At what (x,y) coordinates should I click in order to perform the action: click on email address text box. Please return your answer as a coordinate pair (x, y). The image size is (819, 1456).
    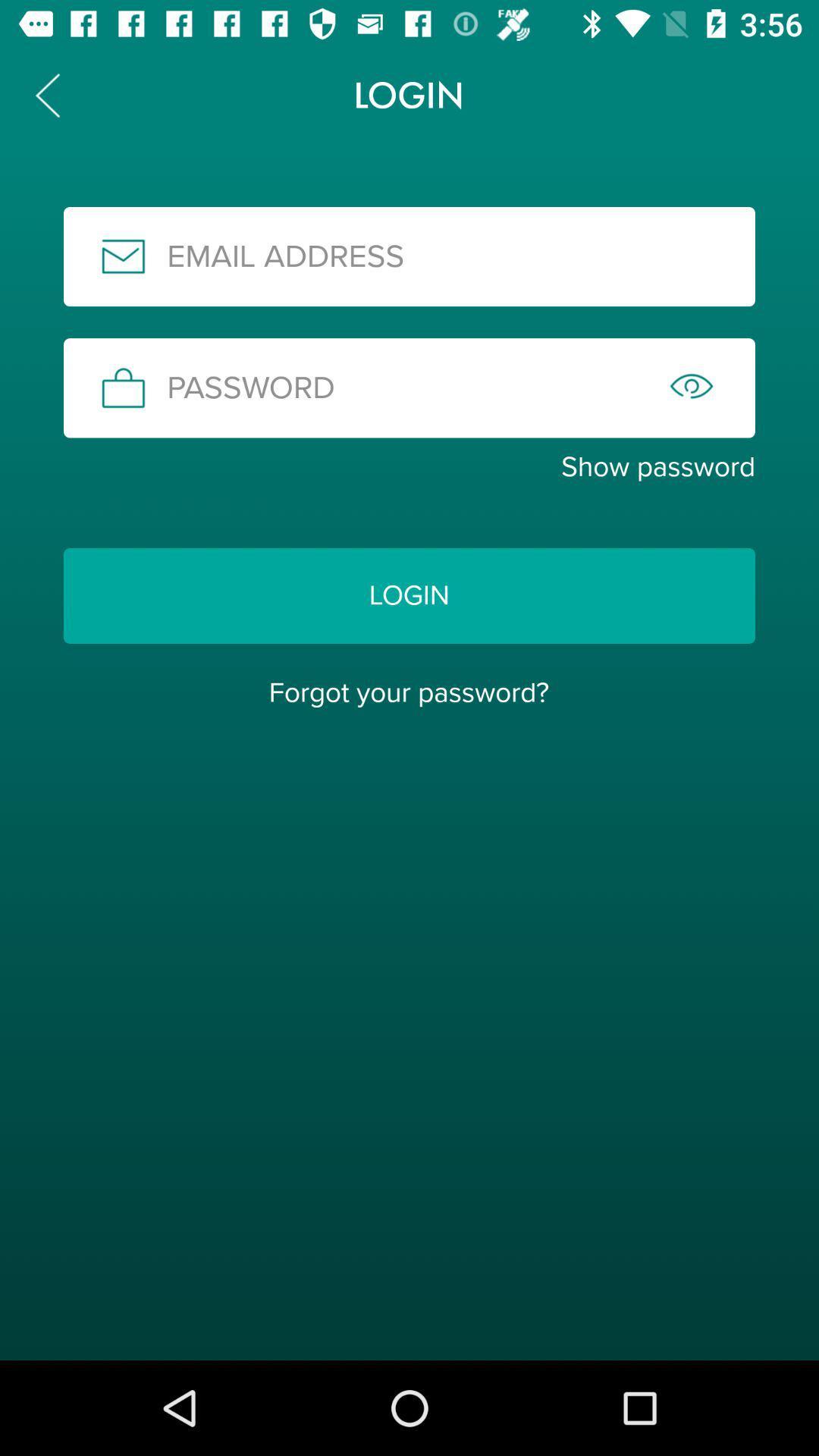
    Looking at the image, I should click on (409, 256).